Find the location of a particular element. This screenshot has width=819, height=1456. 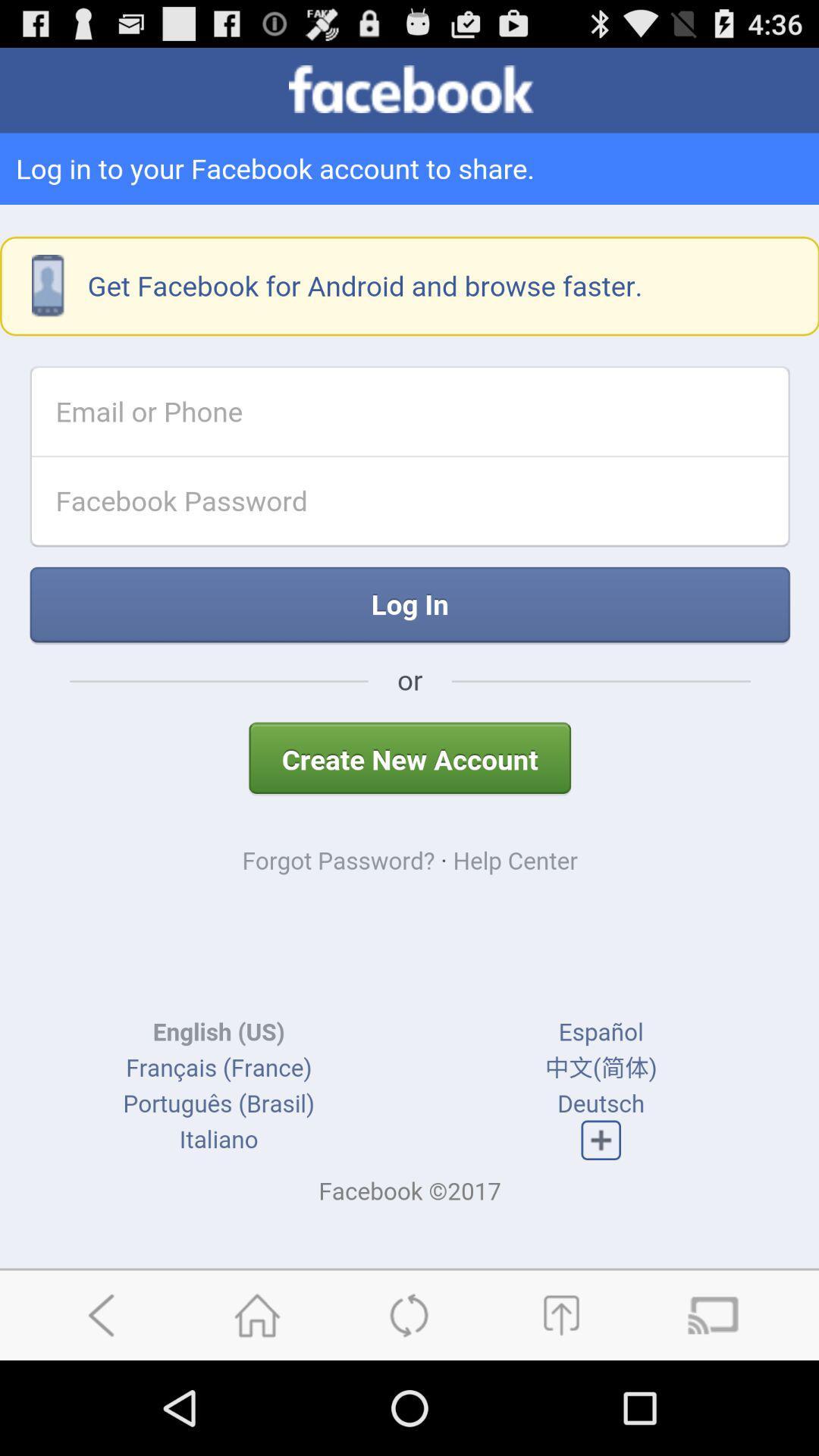

the arrow_backward icon is located at coordinates (105, 1407).